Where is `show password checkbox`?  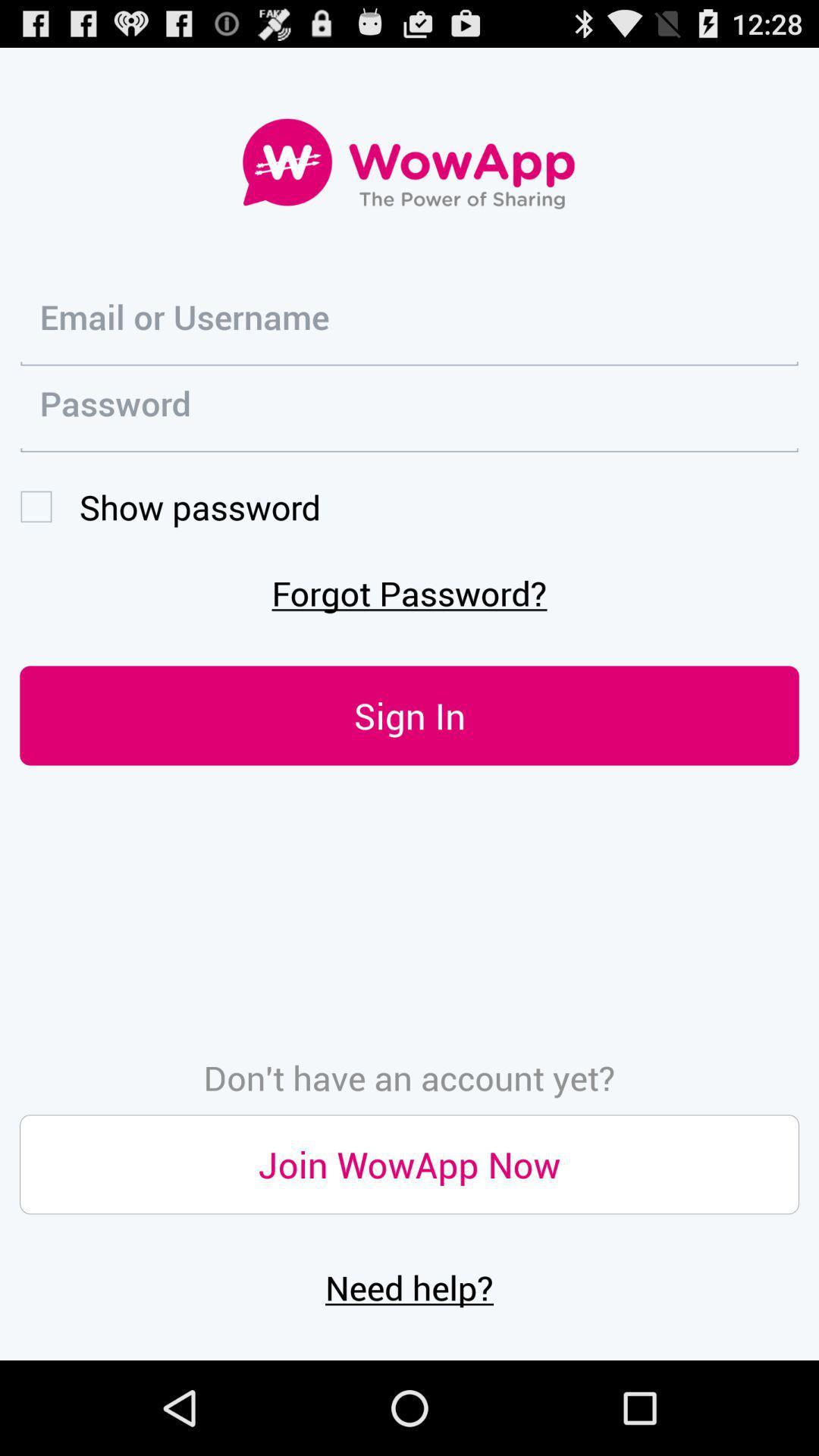
show password checkbox is located at coordinates (170, 507).